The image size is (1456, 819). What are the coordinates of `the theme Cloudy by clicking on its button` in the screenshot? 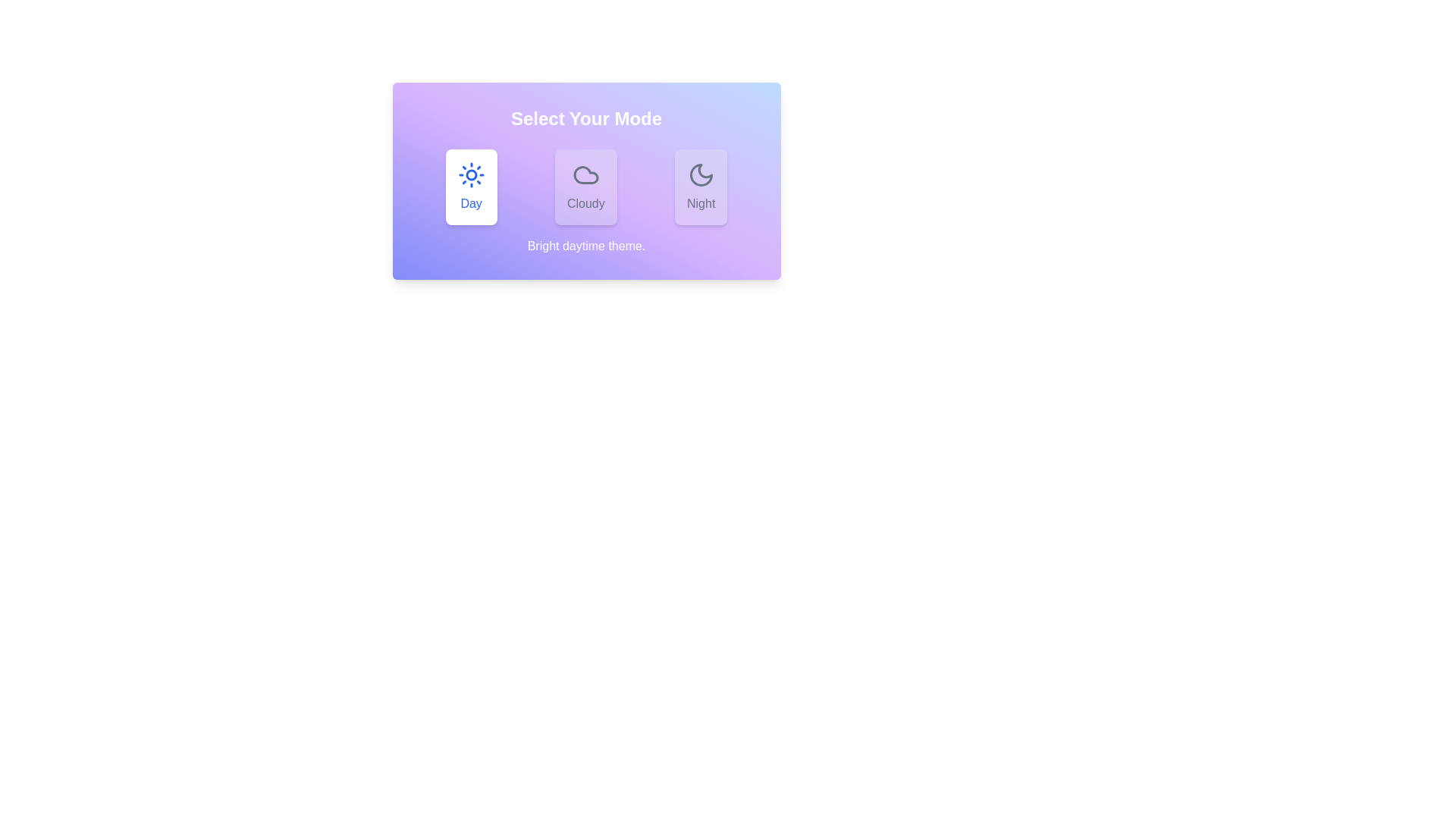 It's located at (585, 186).